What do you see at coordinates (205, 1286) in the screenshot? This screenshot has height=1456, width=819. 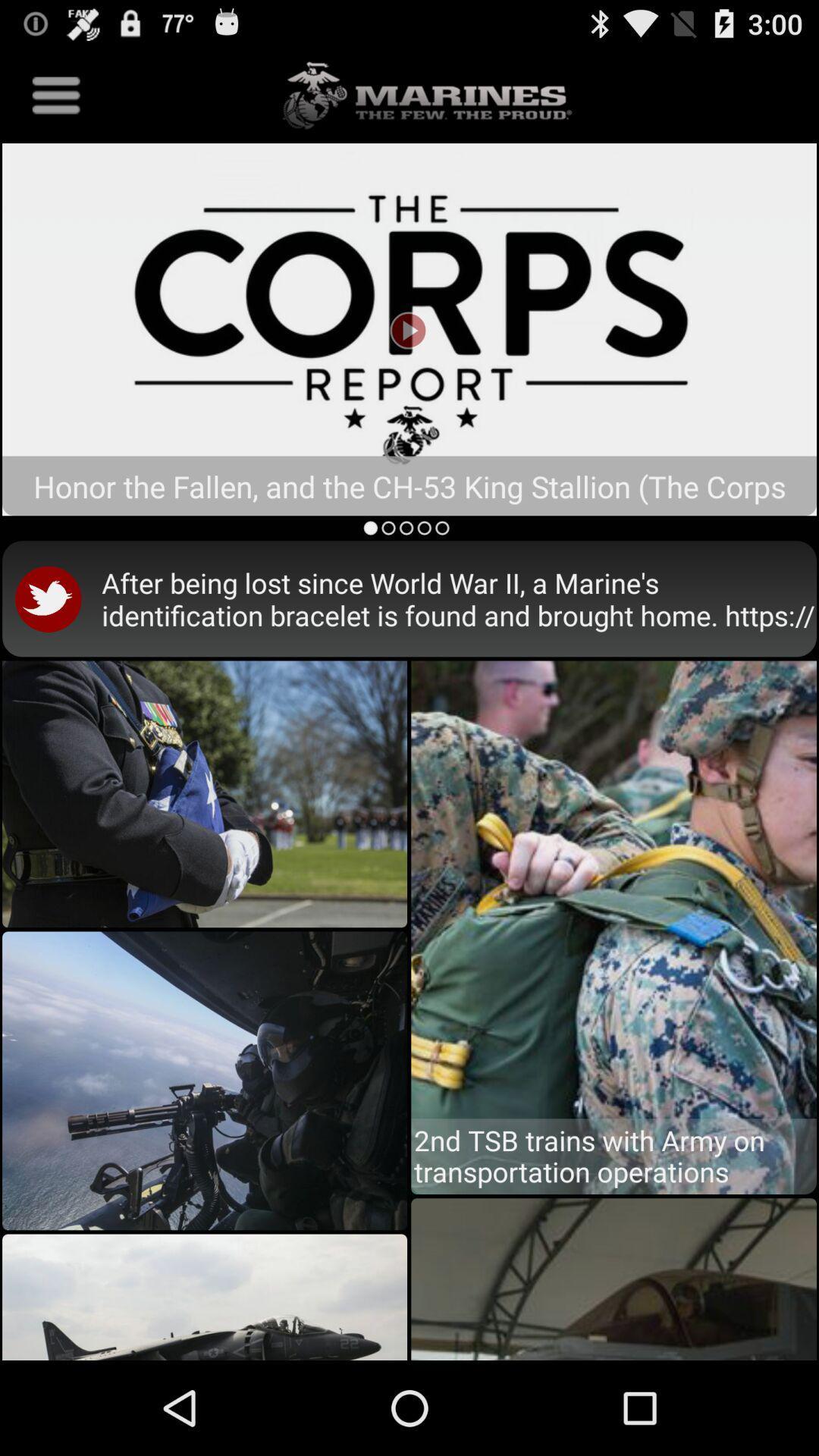 I see `left corner image from bottom` at bounding box center [205, 1286].